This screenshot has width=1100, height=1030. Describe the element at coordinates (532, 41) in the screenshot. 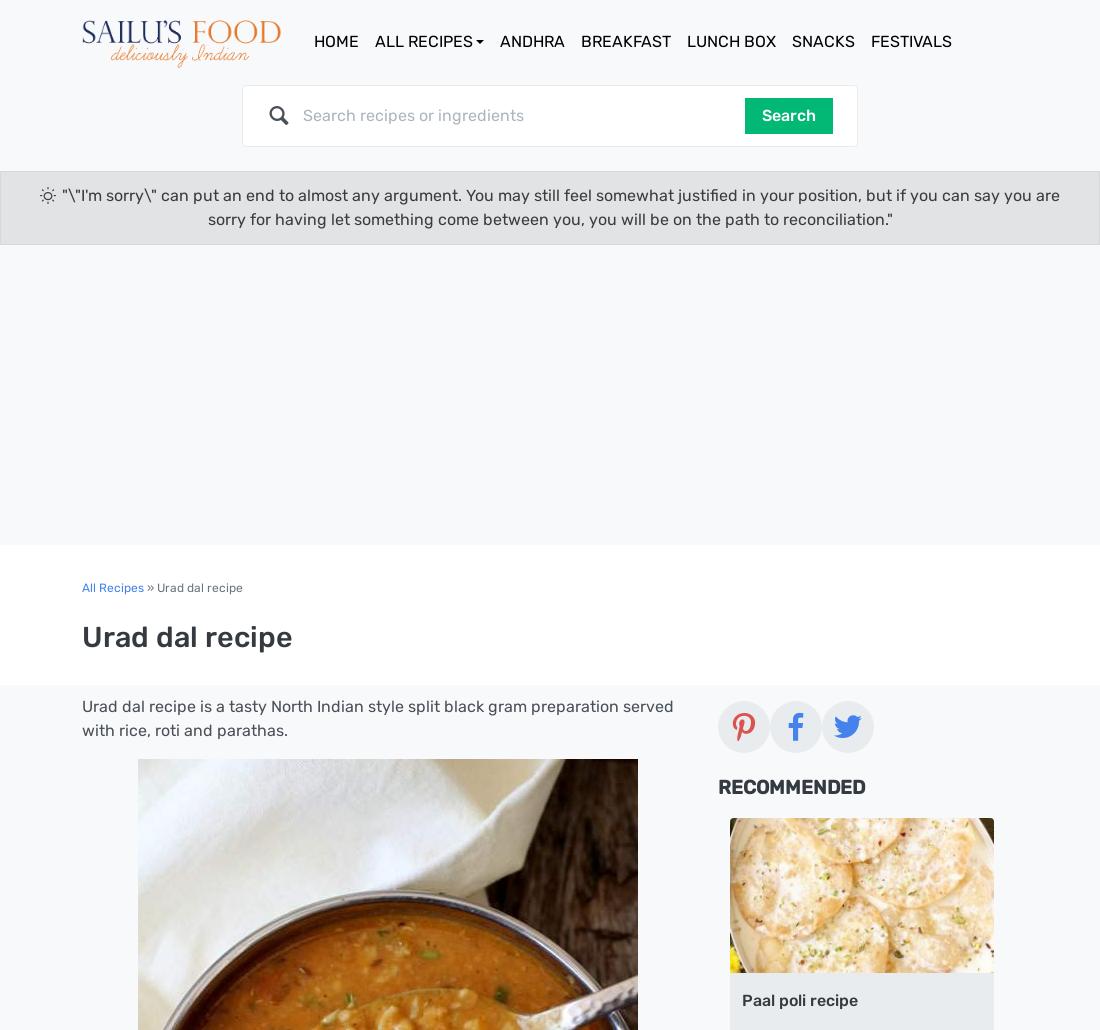

I see `'Andhra'` at that location.